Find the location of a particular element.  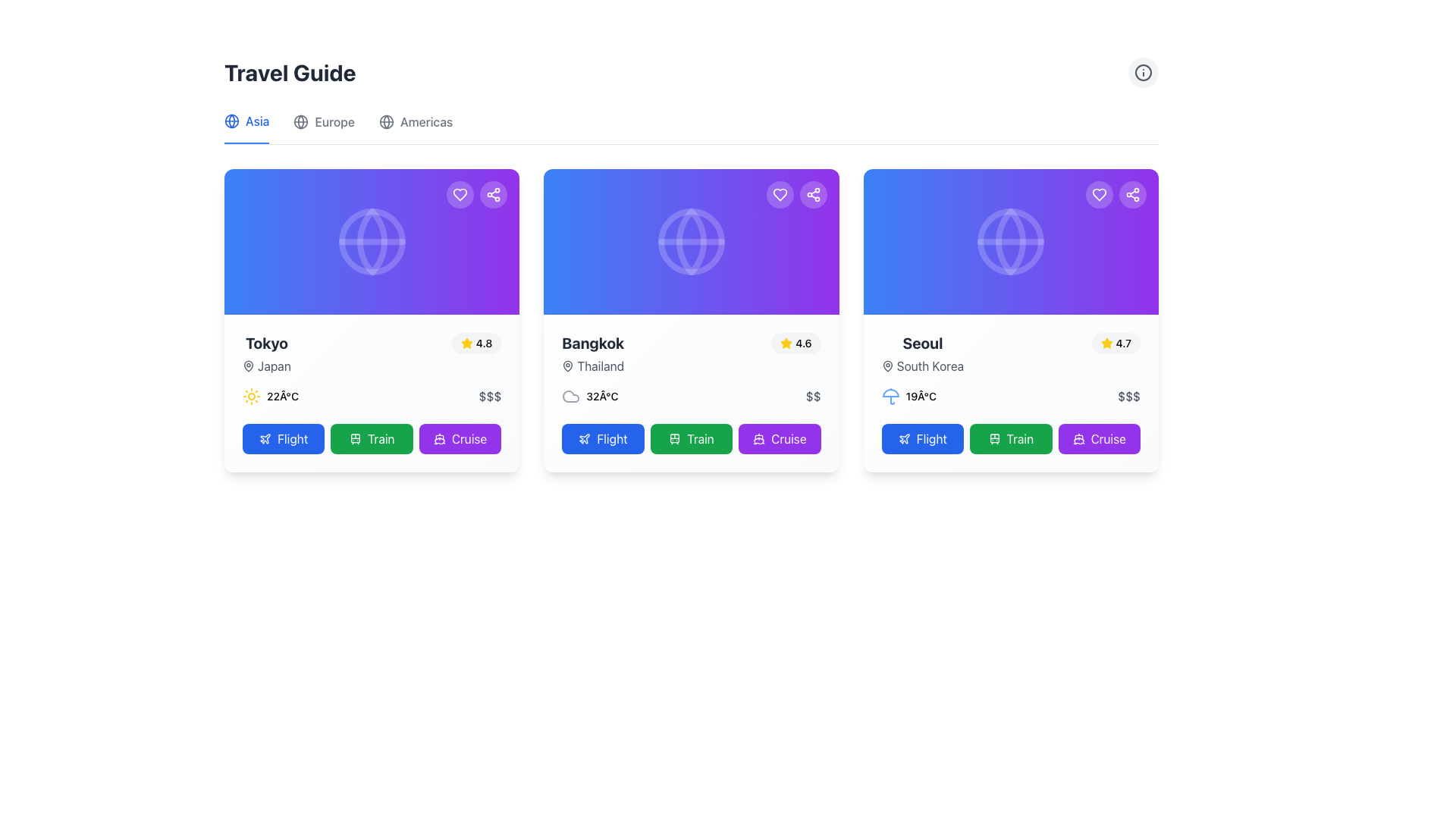

weather indicator text '22°C' located below the title 'Tokyo' in the first card of the horizontally aligned list, which also features a sun icon is located at coordinates (283, 396).